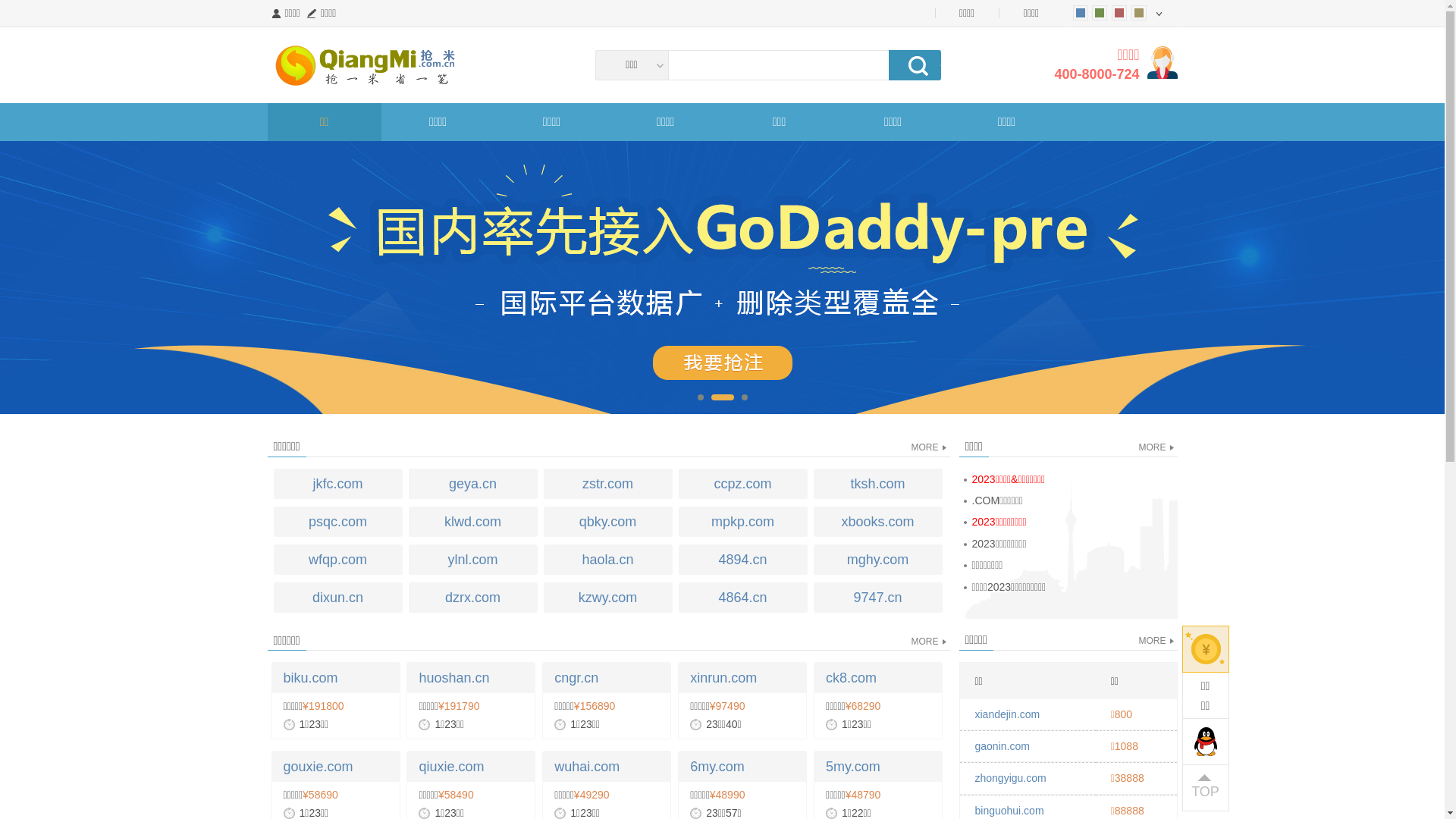 The image size is (1456, 819). Describe the element at coordinates (273, 559) in the screenshot. I see `'wfqp.com'` at that location.